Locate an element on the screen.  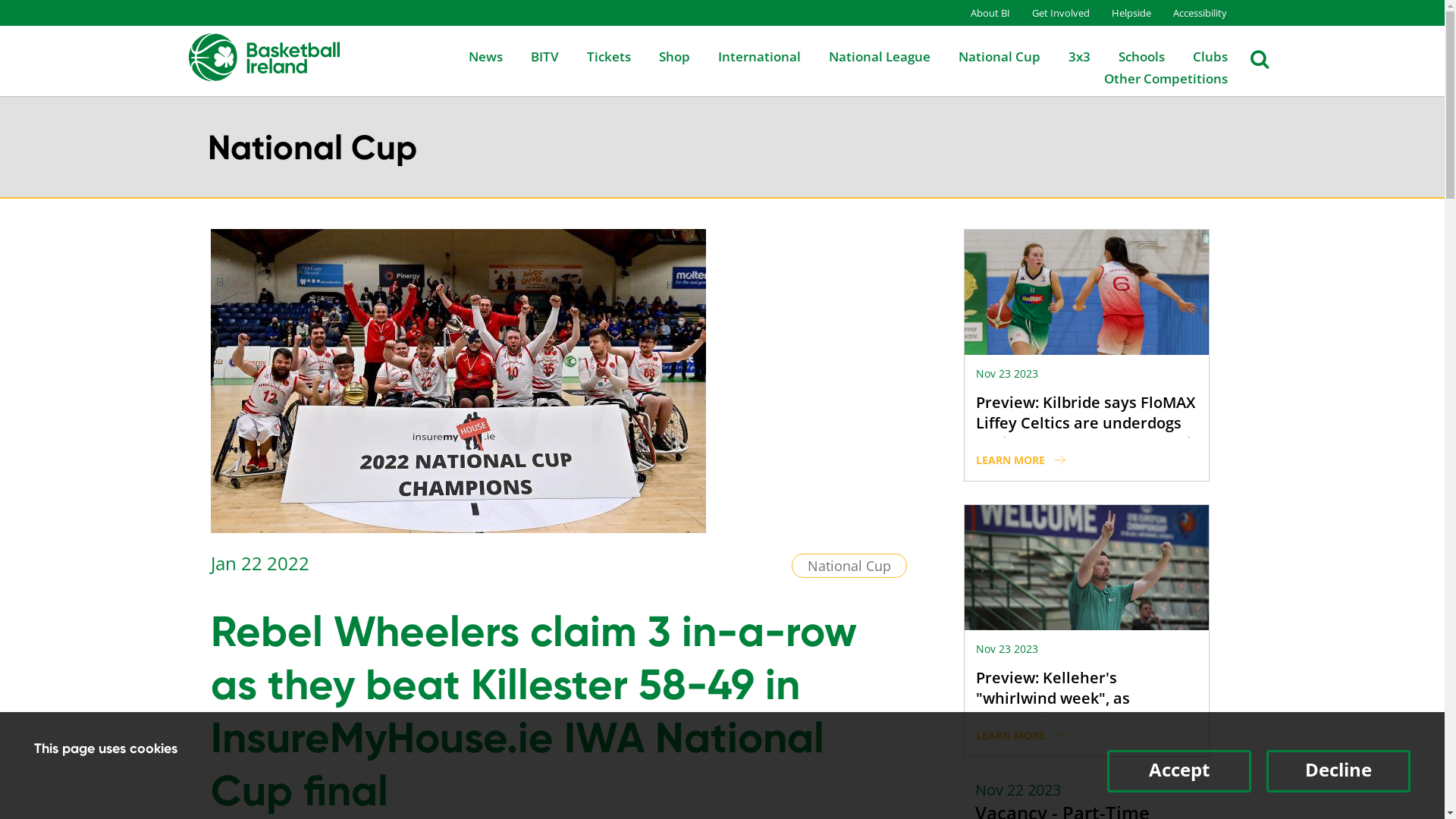
'About BI' is located at coordinates (980, 12).